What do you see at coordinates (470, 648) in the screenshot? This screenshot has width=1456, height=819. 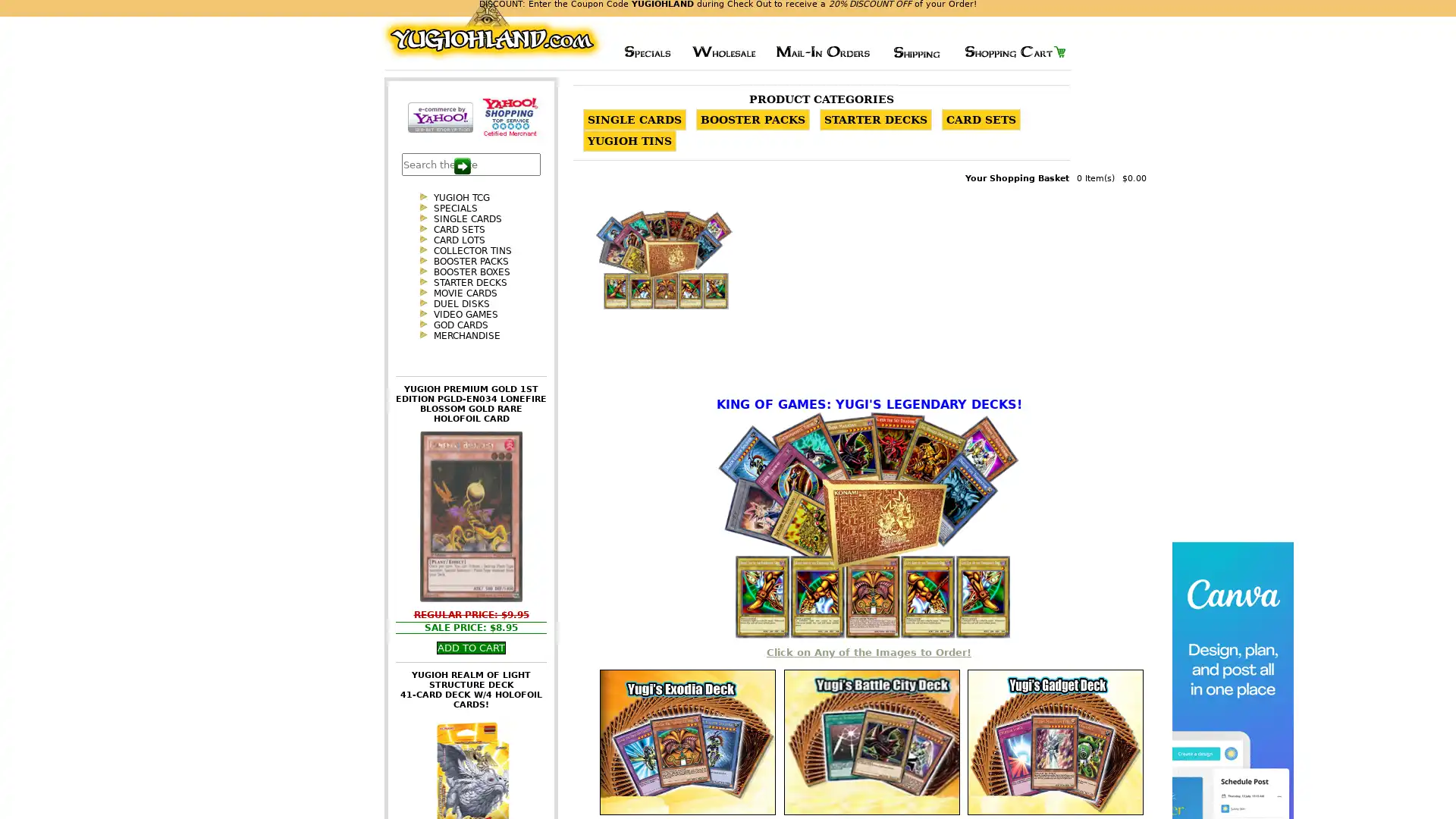 I see `Add To Cart` at bounding box center [470, 648].